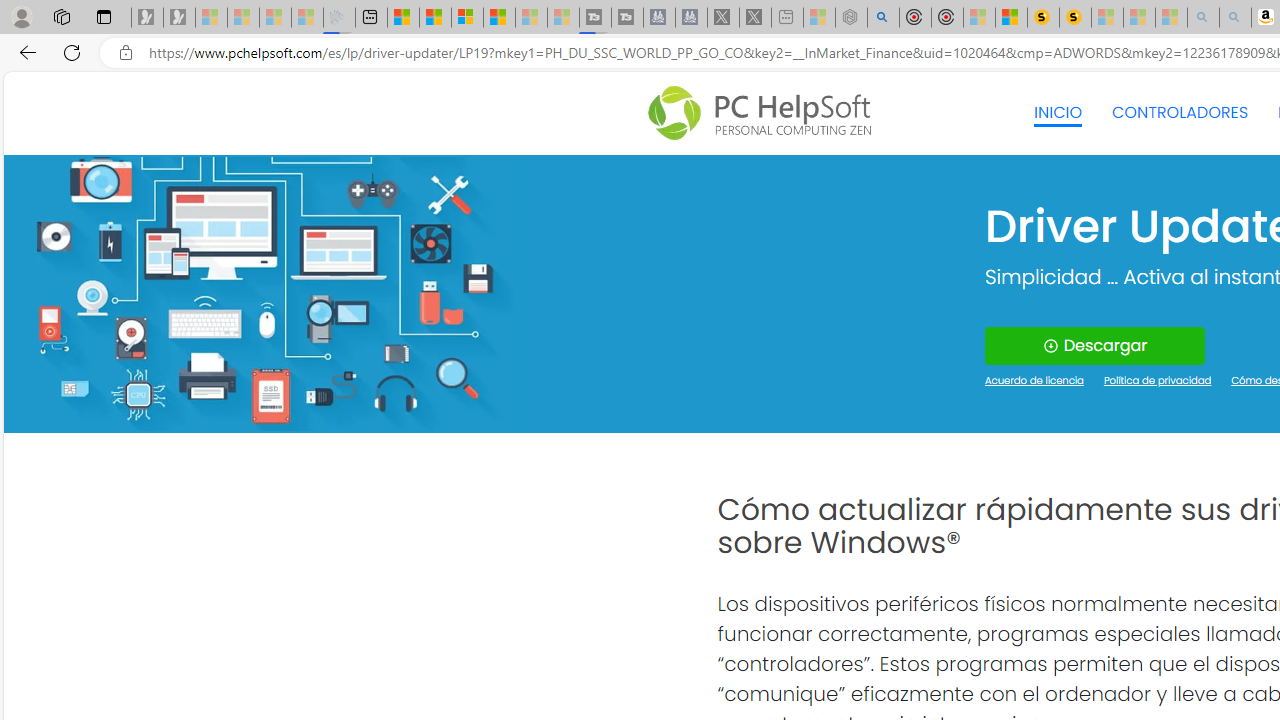 This screenshot has width=1280, height=720. I want to click on 'CONTROLADORES', so click(1180, 113).